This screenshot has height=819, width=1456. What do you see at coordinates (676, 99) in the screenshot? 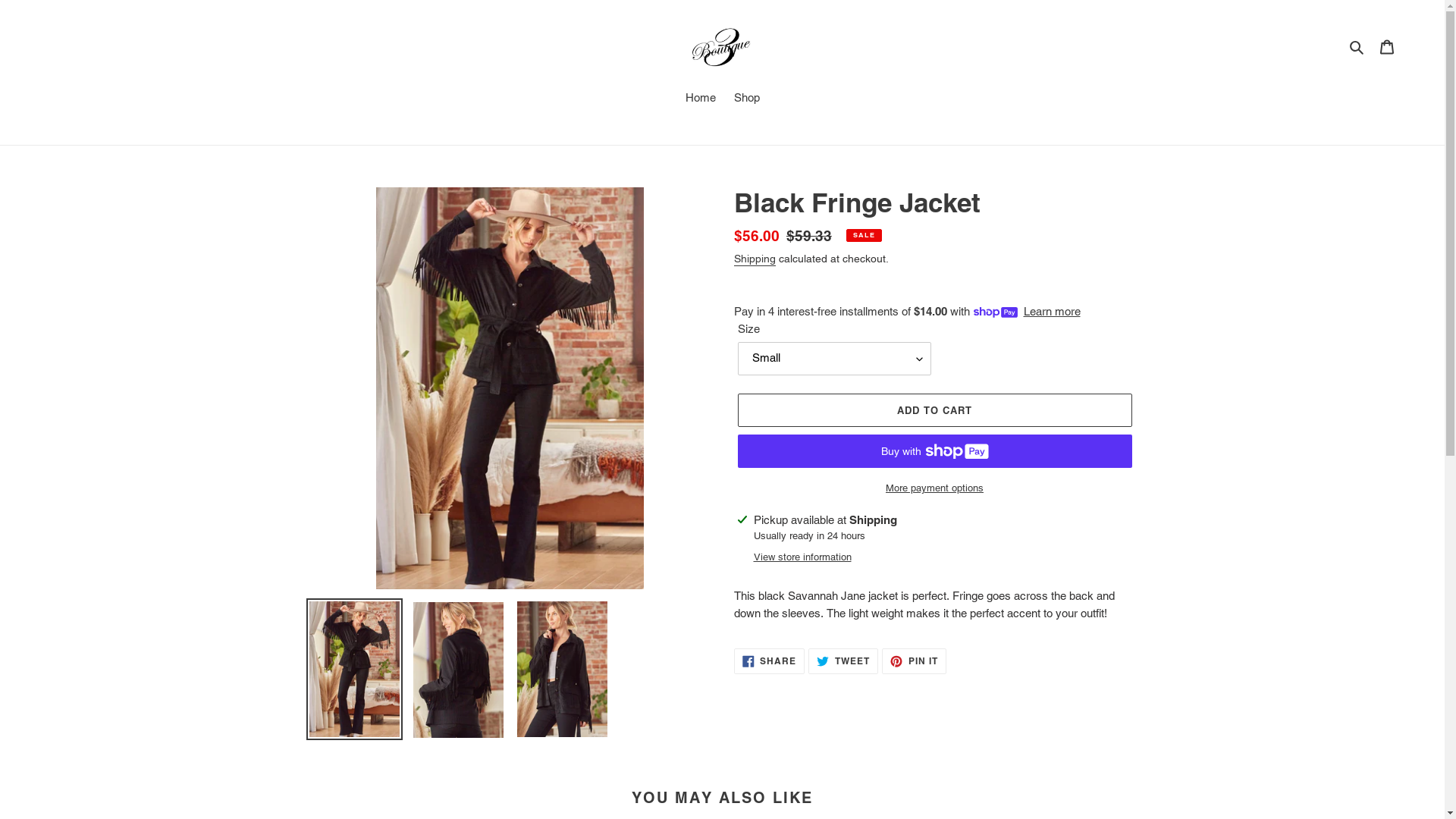
I see `'Home'` at bounding box center [676, 99].